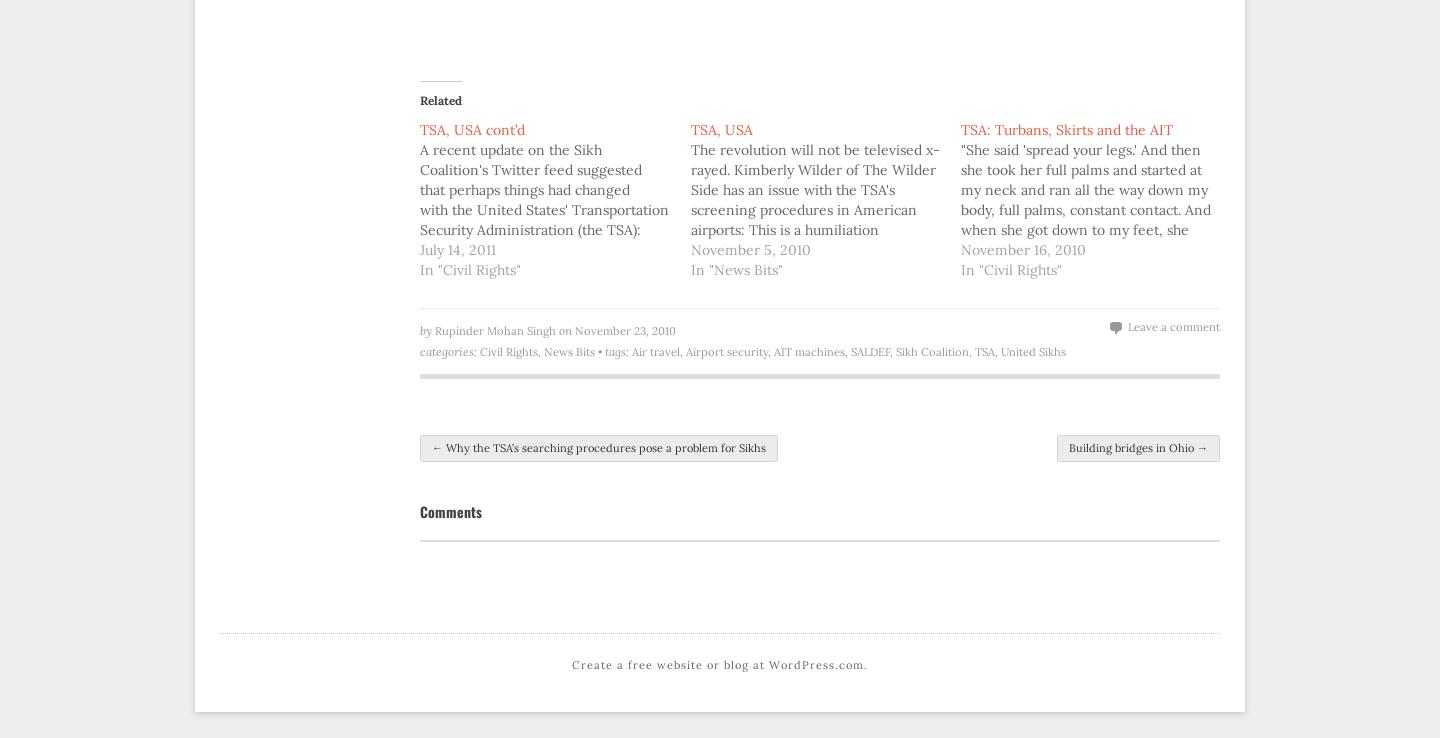 The image size is (1440, 738). Describe the element at coordinates (419, 453) in the screenshot. I see `'Post navigation'` at that location.